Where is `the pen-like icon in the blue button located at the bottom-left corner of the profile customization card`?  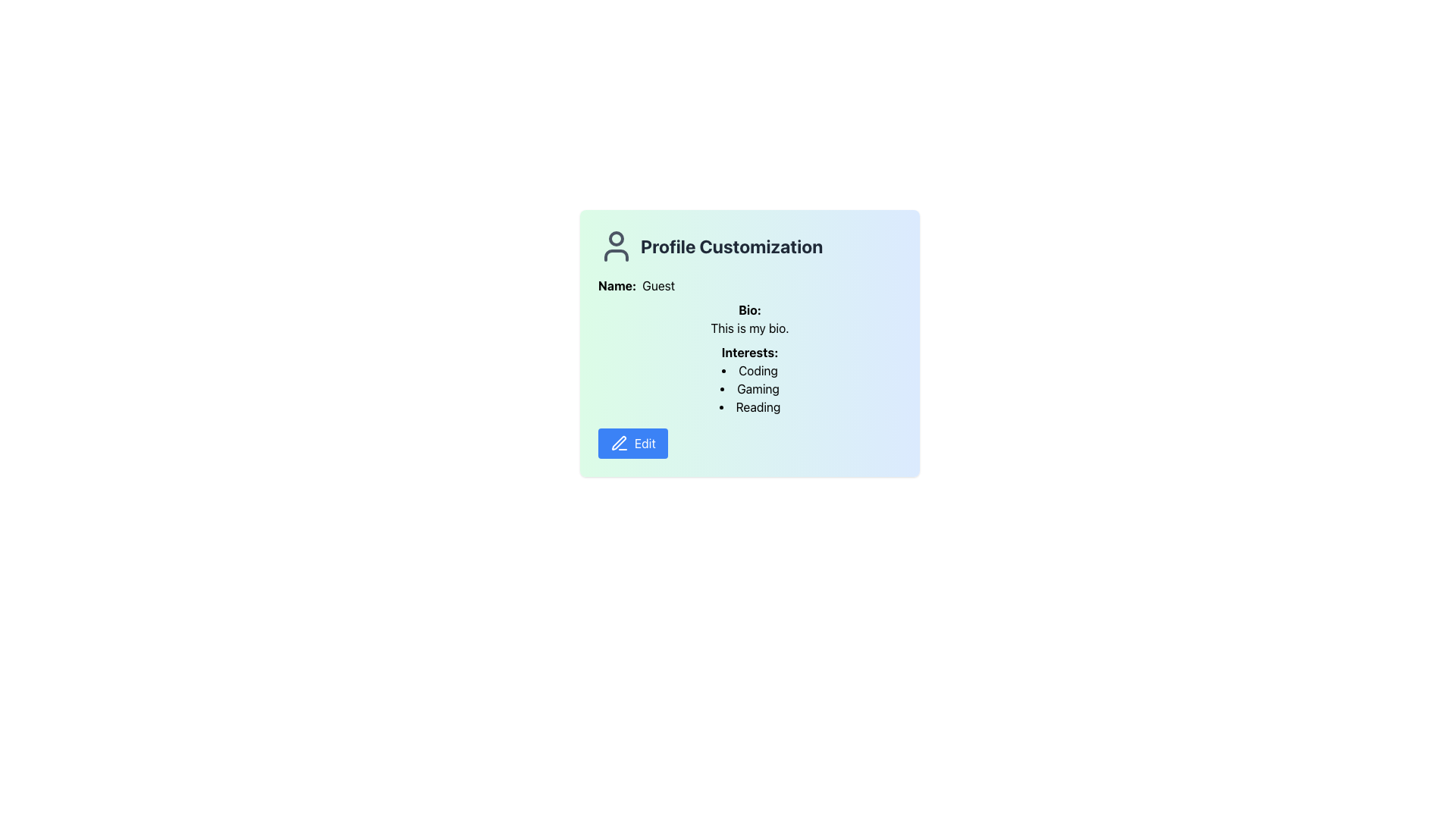 the pen-like icon in the blue button located at the bottom-left corner of the profile customization card is located at coordinates (619, 443).